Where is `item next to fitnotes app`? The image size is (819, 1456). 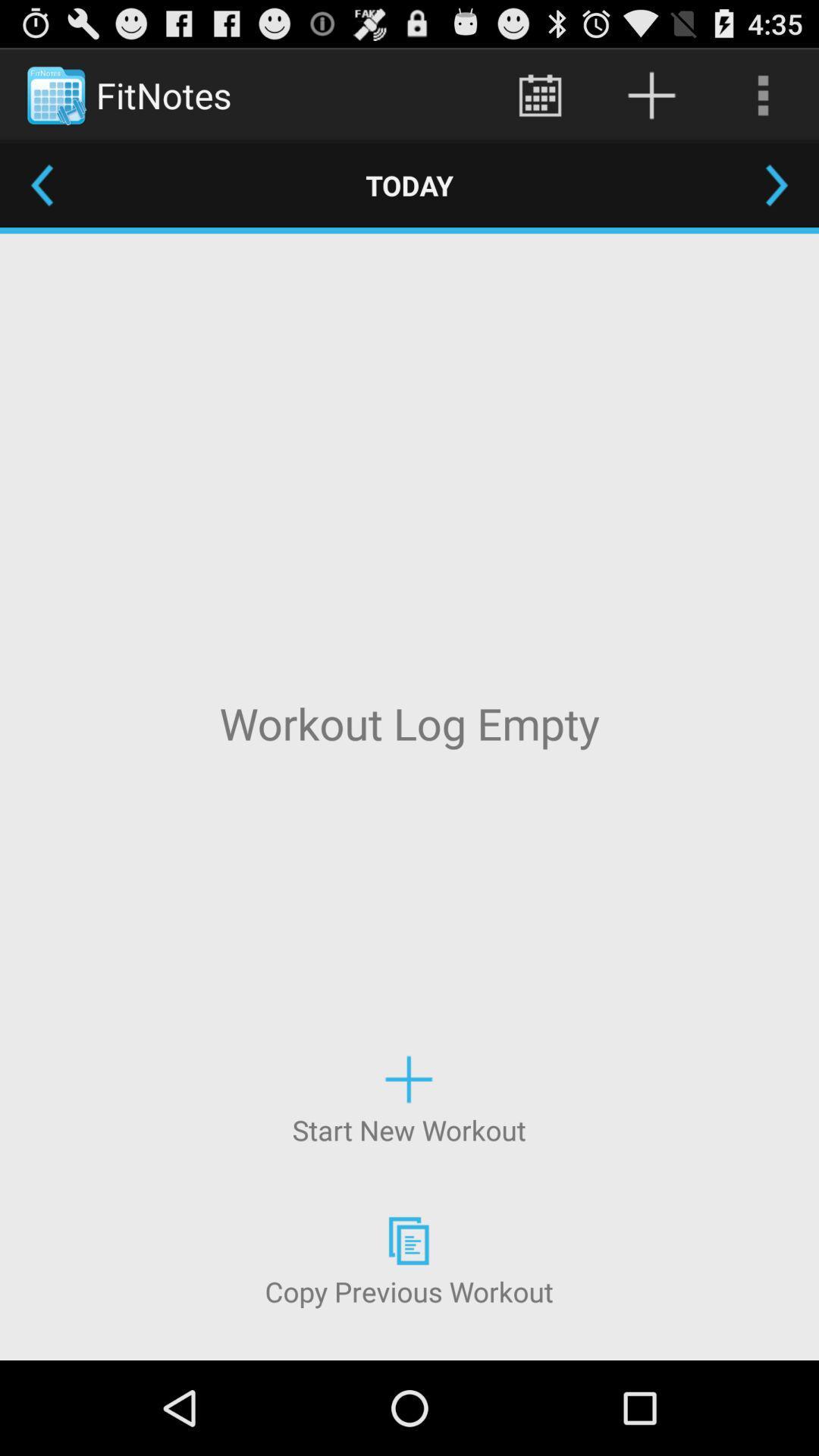
item next to fitnotes app is located at coordinates (539, 94).